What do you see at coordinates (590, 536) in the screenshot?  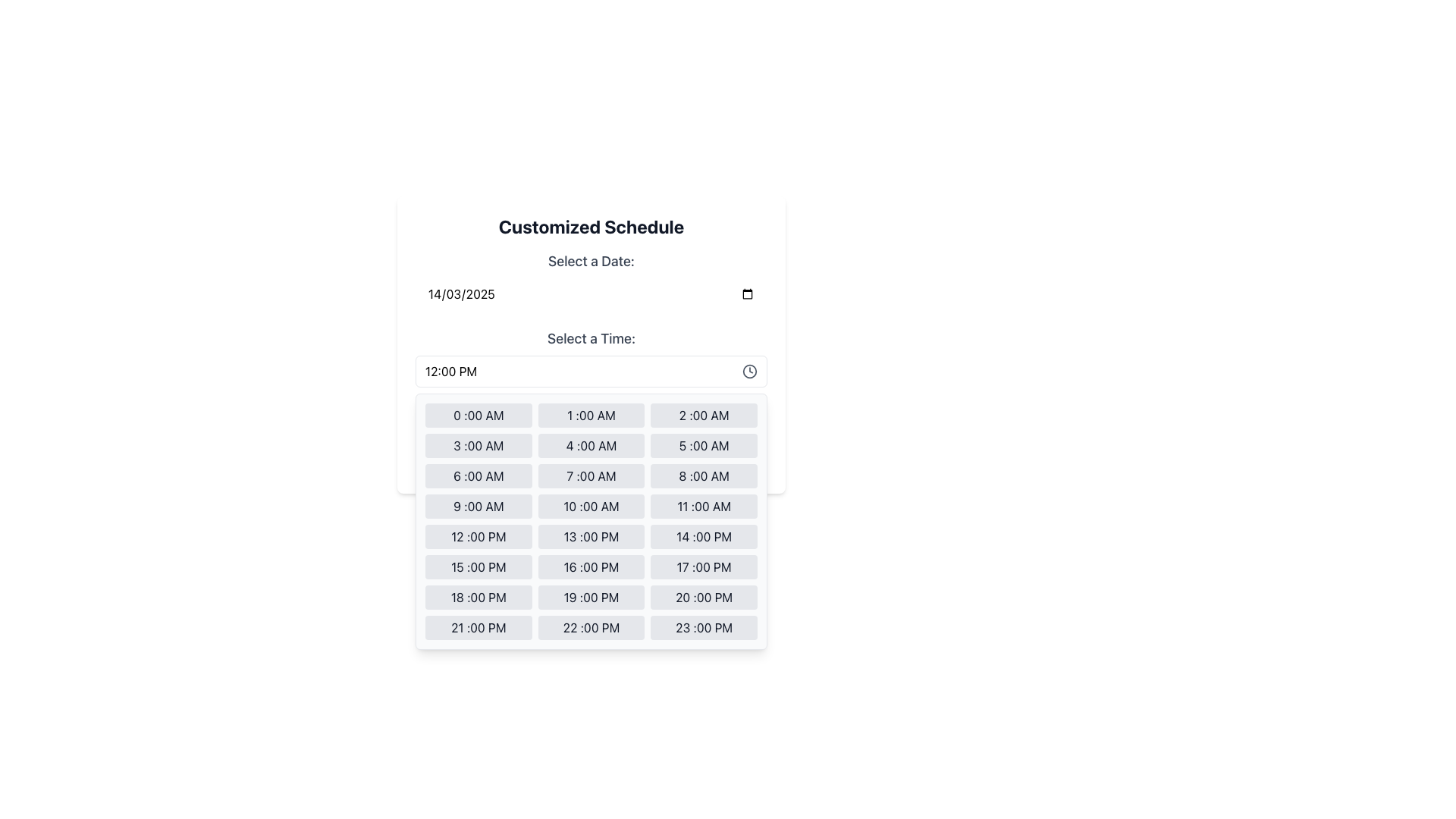 I see `the rectangular button with a light gray background and bold black text displaying '13 :00 PM'` at bounding box center [590, 536].